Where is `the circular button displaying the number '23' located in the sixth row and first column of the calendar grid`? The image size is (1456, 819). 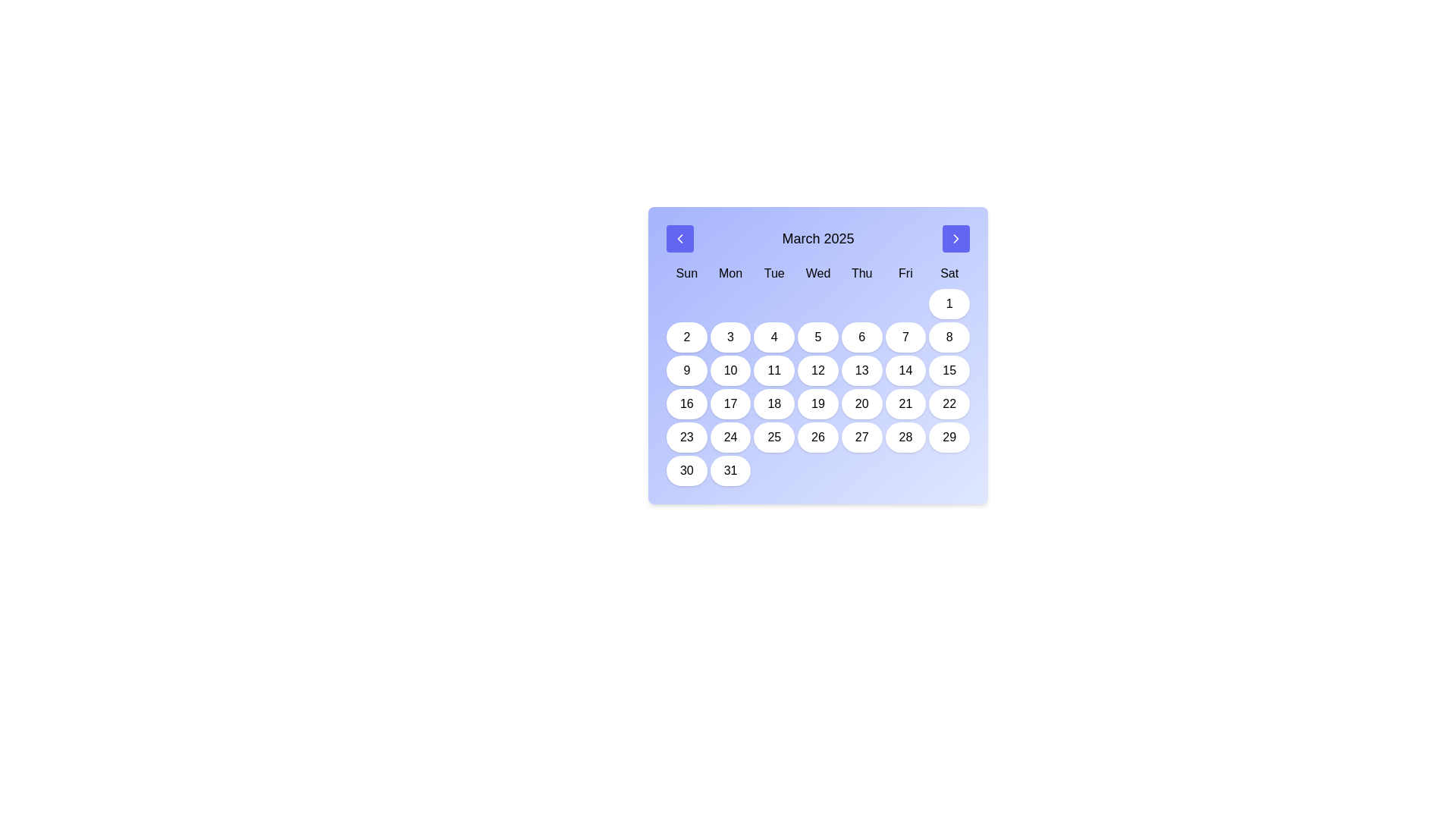 the circular button displaying the number '23' located in the sixth row and first column of the calendar grid is located at coordinates (686, 438).